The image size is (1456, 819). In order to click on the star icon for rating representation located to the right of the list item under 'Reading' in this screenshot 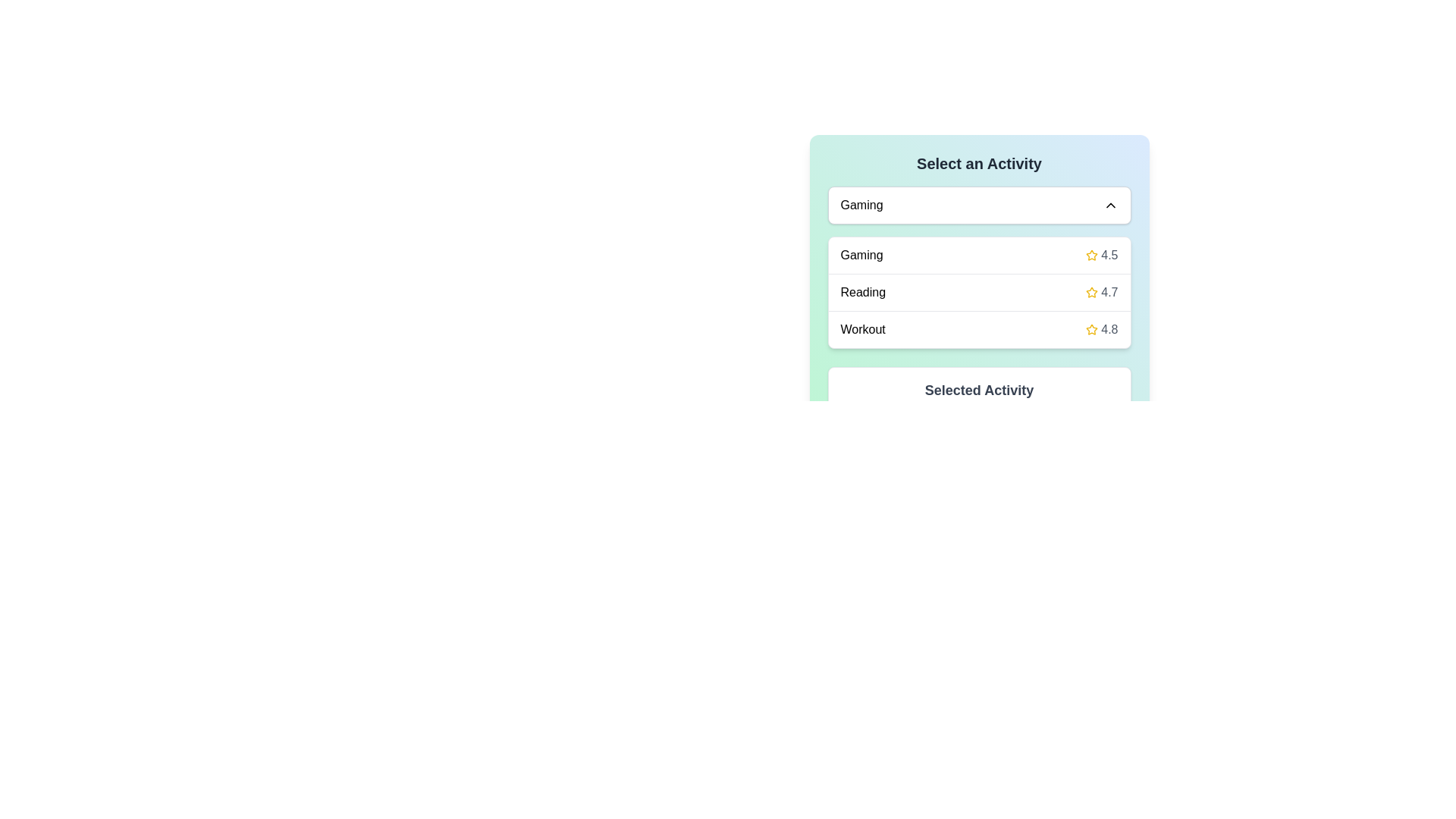, I will do `click(1092, 328)`.